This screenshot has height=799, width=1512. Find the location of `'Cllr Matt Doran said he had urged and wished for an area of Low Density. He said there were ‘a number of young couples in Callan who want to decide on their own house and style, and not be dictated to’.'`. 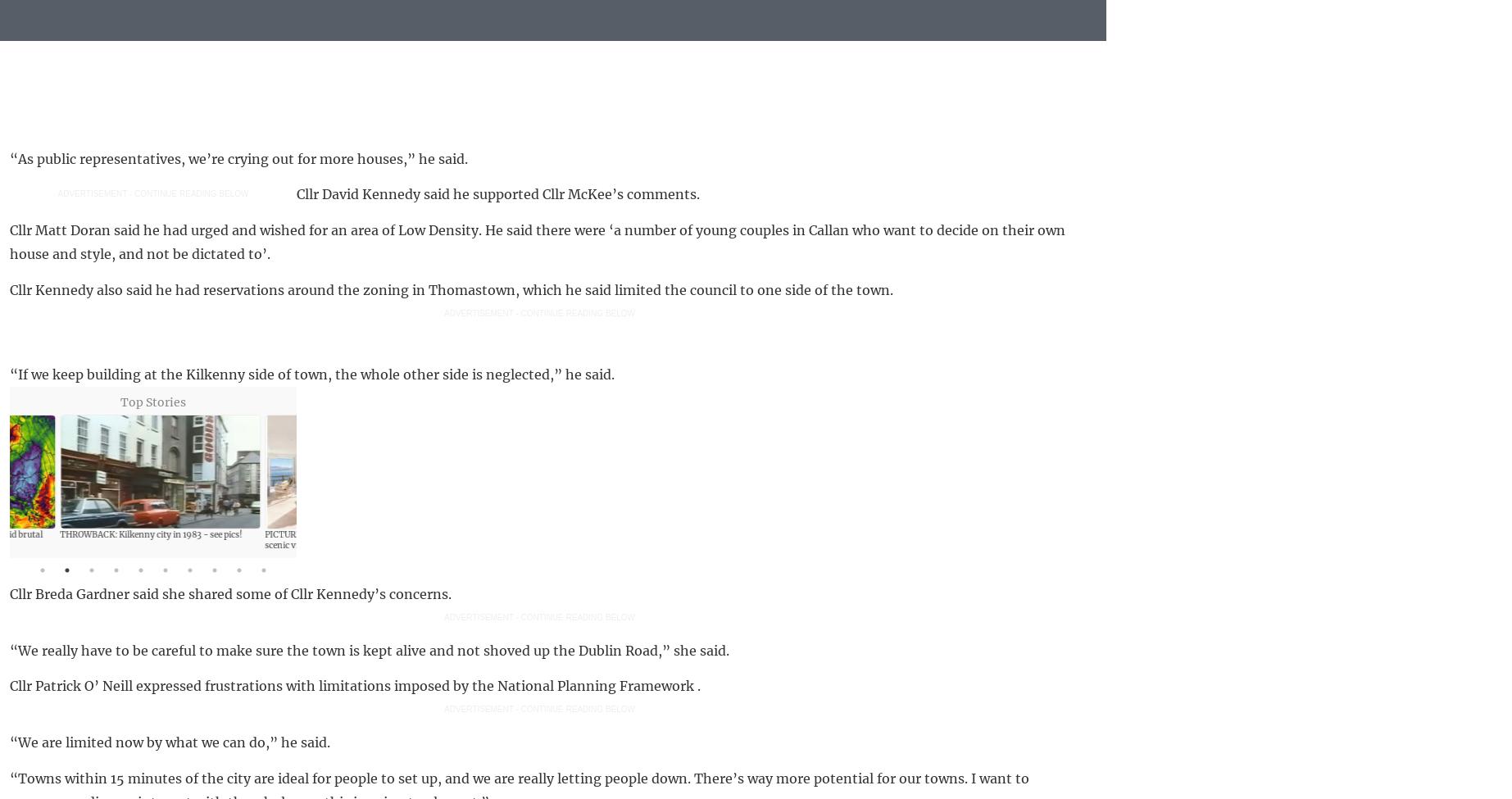

'Cllr Matt Doran said he had urged and wished for an area of Low Density. He said there were ‘a number of young couples in Callan who want to decide on their own house and style, and not be dictated to’.' is located at coordinates (538, 241).